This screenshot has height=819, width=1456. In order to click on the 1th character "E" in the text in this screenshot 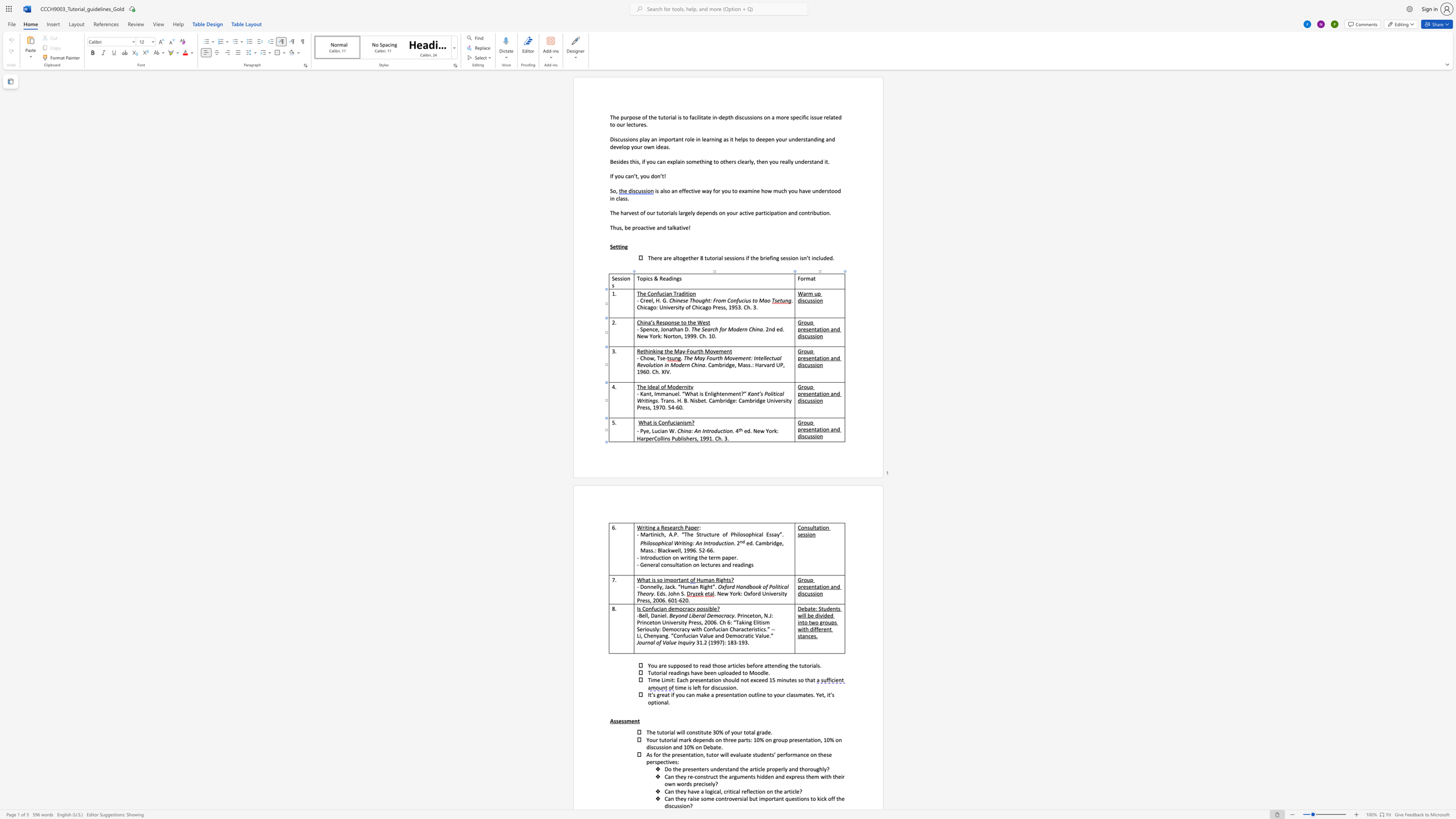, I will do `click(767, 534)`.